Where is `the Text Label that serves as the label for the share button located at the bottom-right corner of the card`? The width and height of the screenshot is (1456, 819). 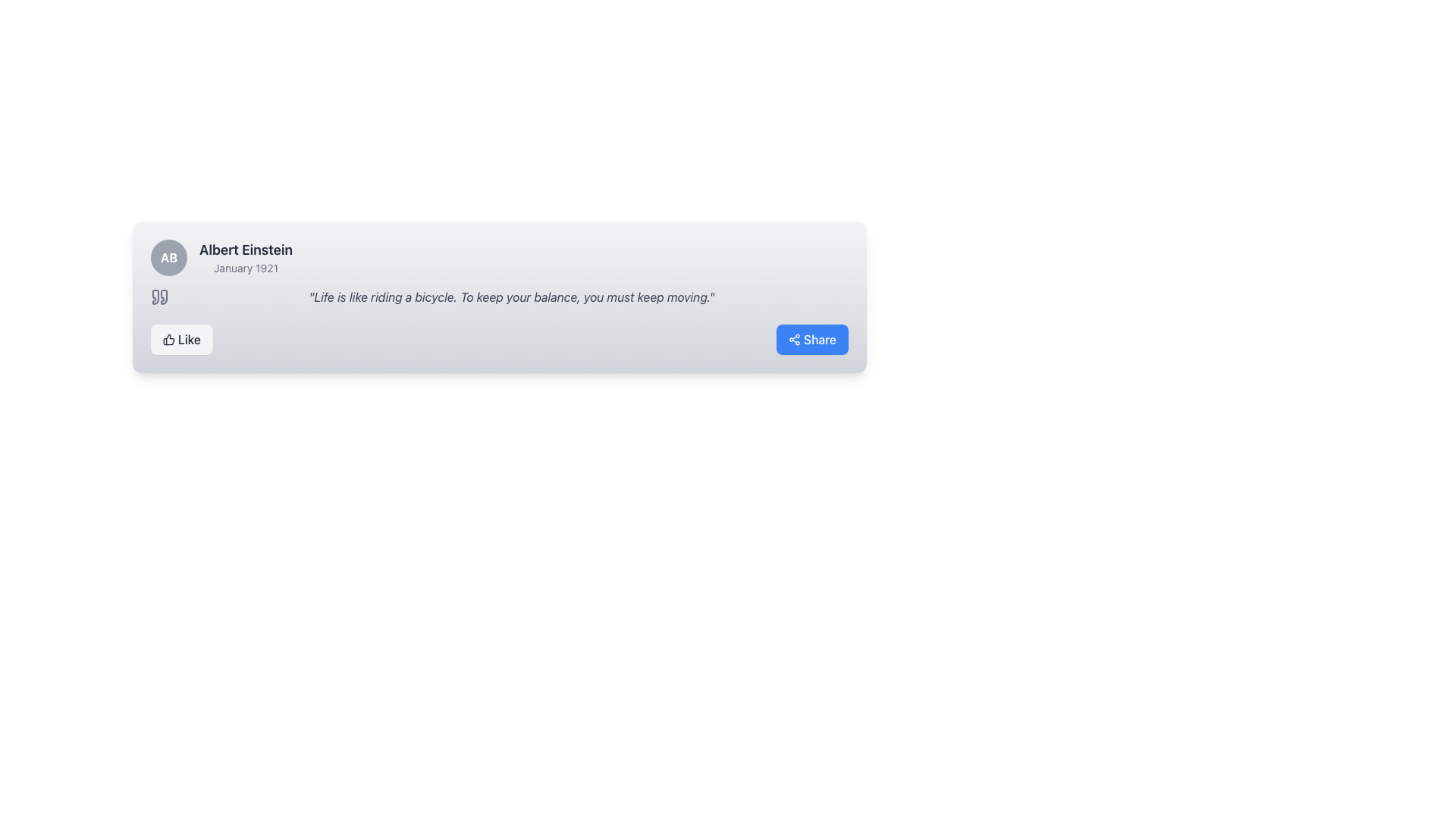
the Text Label that serves as the label for the share button located at the bottom-right corner of the card is located at coordinates (818, 338).